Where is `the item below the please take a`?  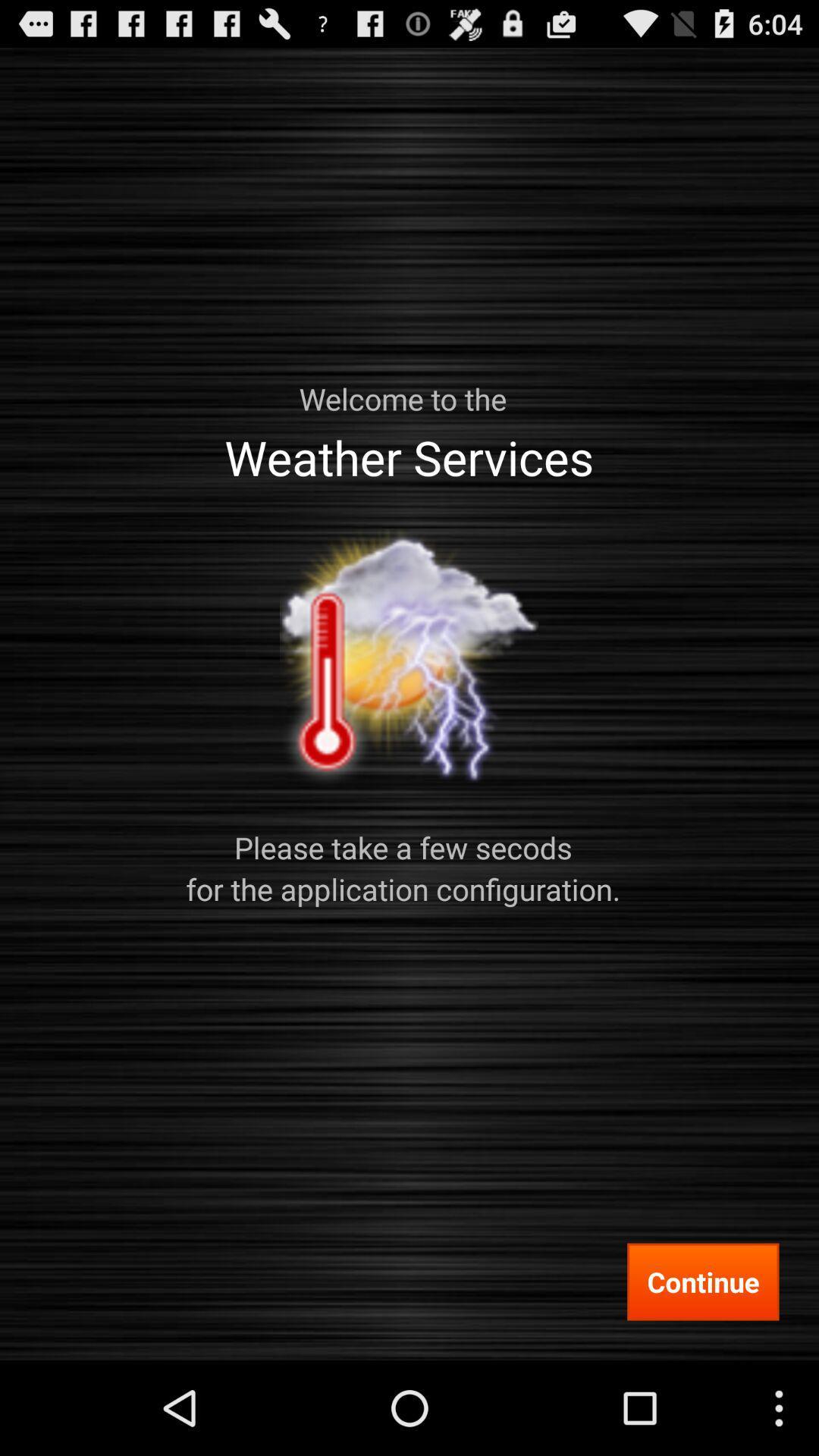 the item below the please take a is located at coordinates (703, 1281).